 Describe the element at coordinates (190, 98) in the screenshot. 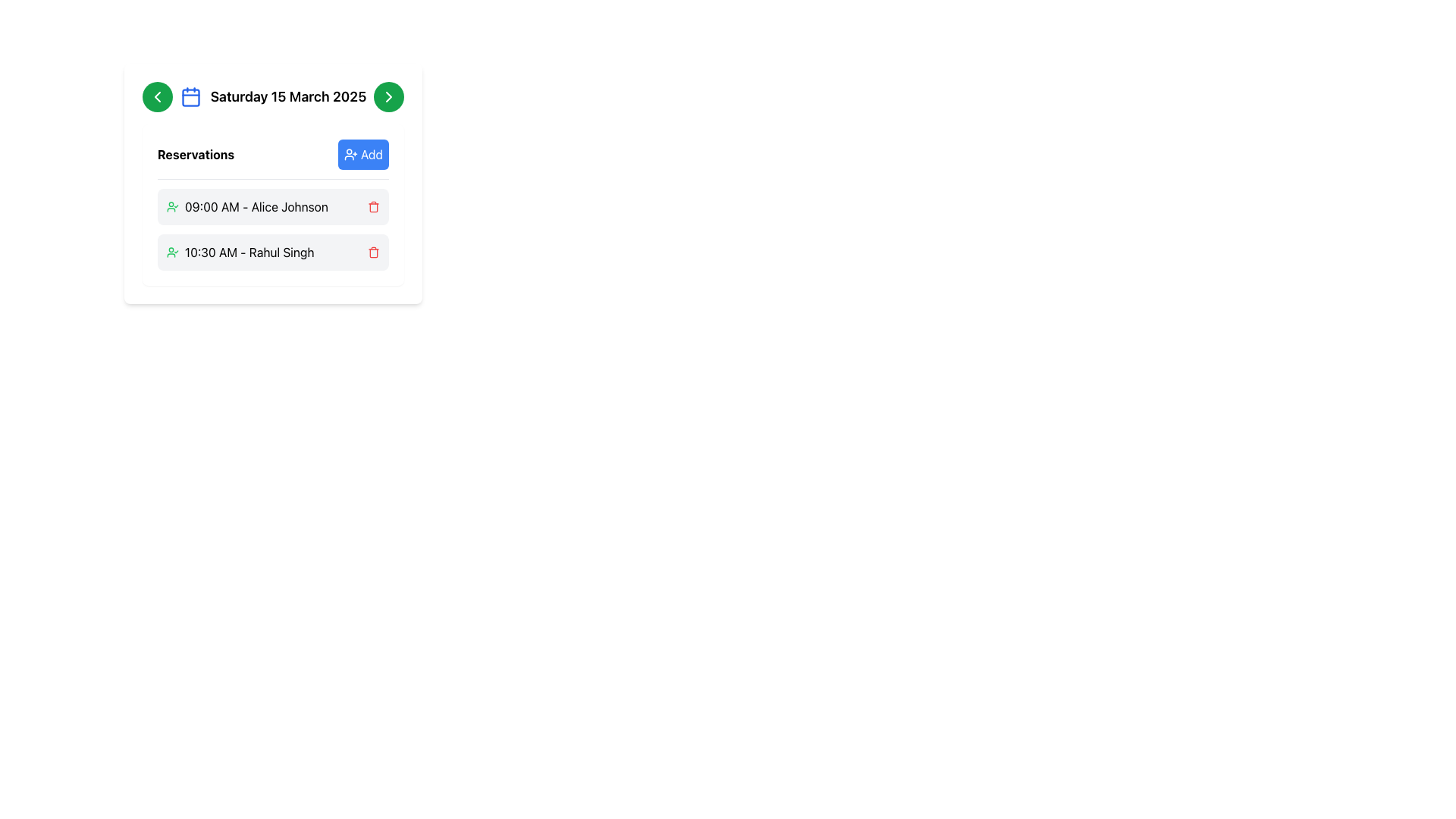

I see `the rectangular frame with rounded corners inside the blue outlined calendar icon located in the top-left area of the user interface` at that location.